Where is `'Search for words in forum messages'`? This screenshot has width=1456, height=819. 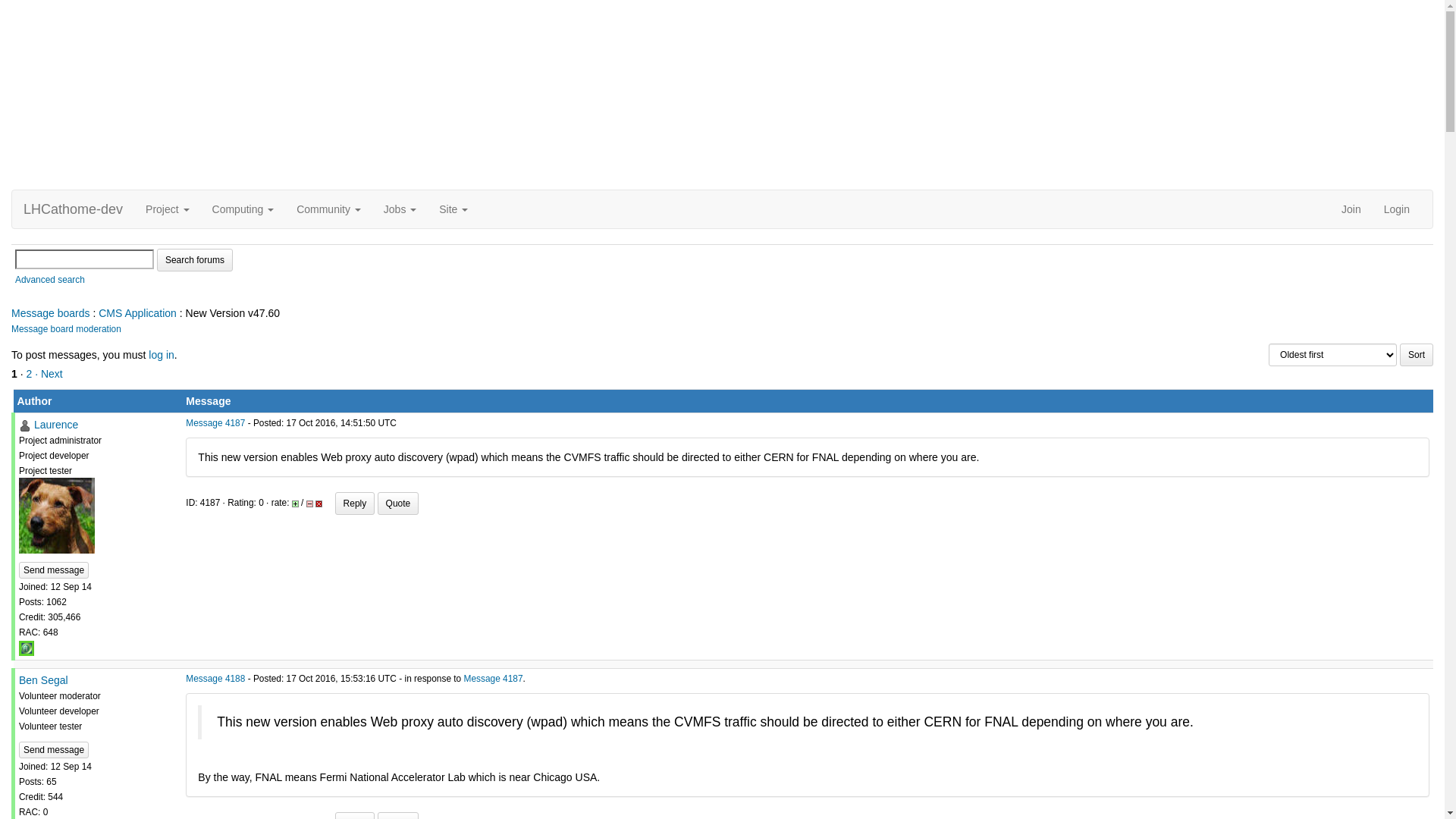
'Search for words in forum messages' is located at coordinates (194, 259).